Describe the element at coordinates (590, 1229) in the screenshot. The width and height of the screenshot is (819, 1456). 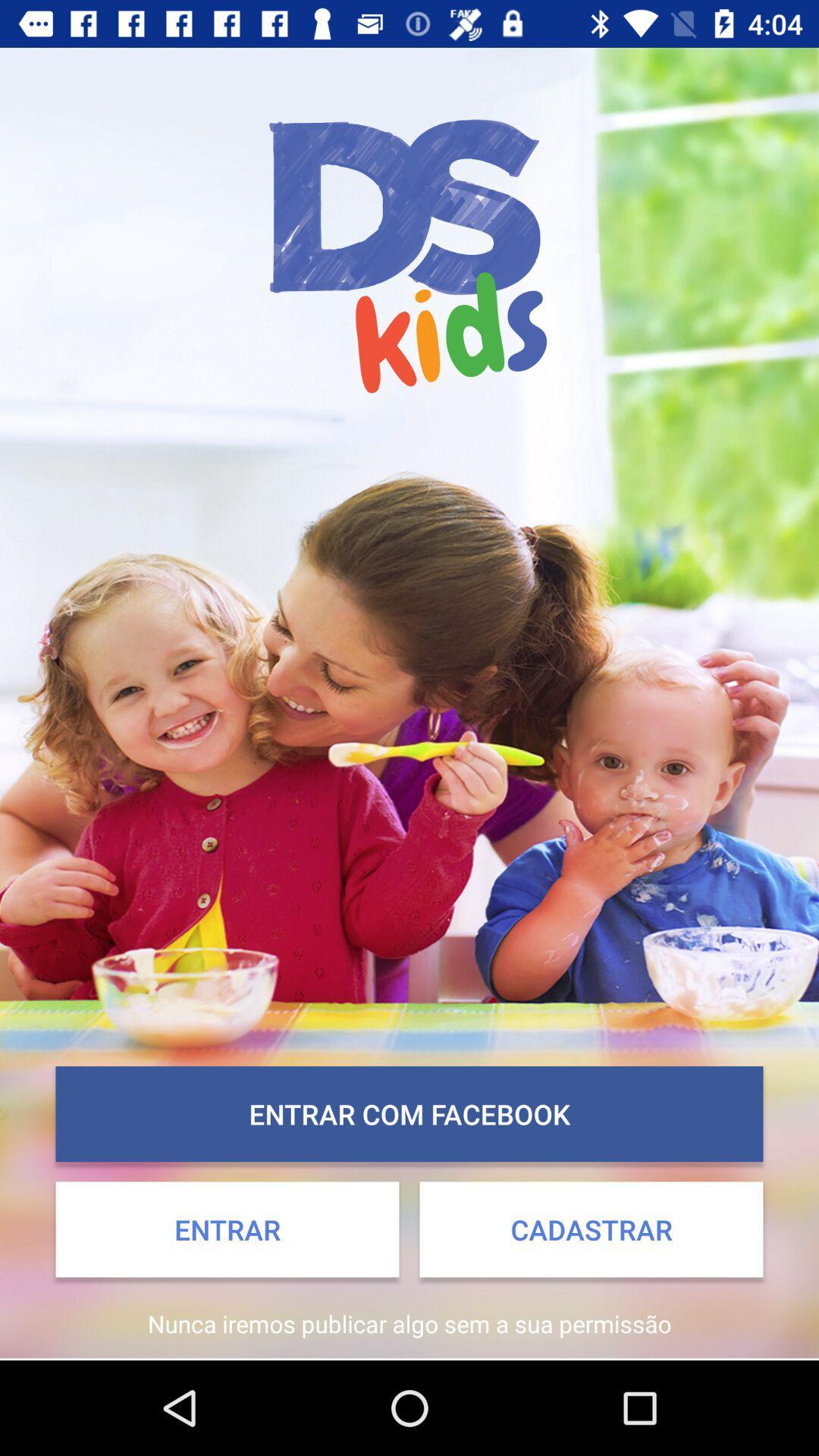
I see `the button below the entrar com facebook button` at that location.